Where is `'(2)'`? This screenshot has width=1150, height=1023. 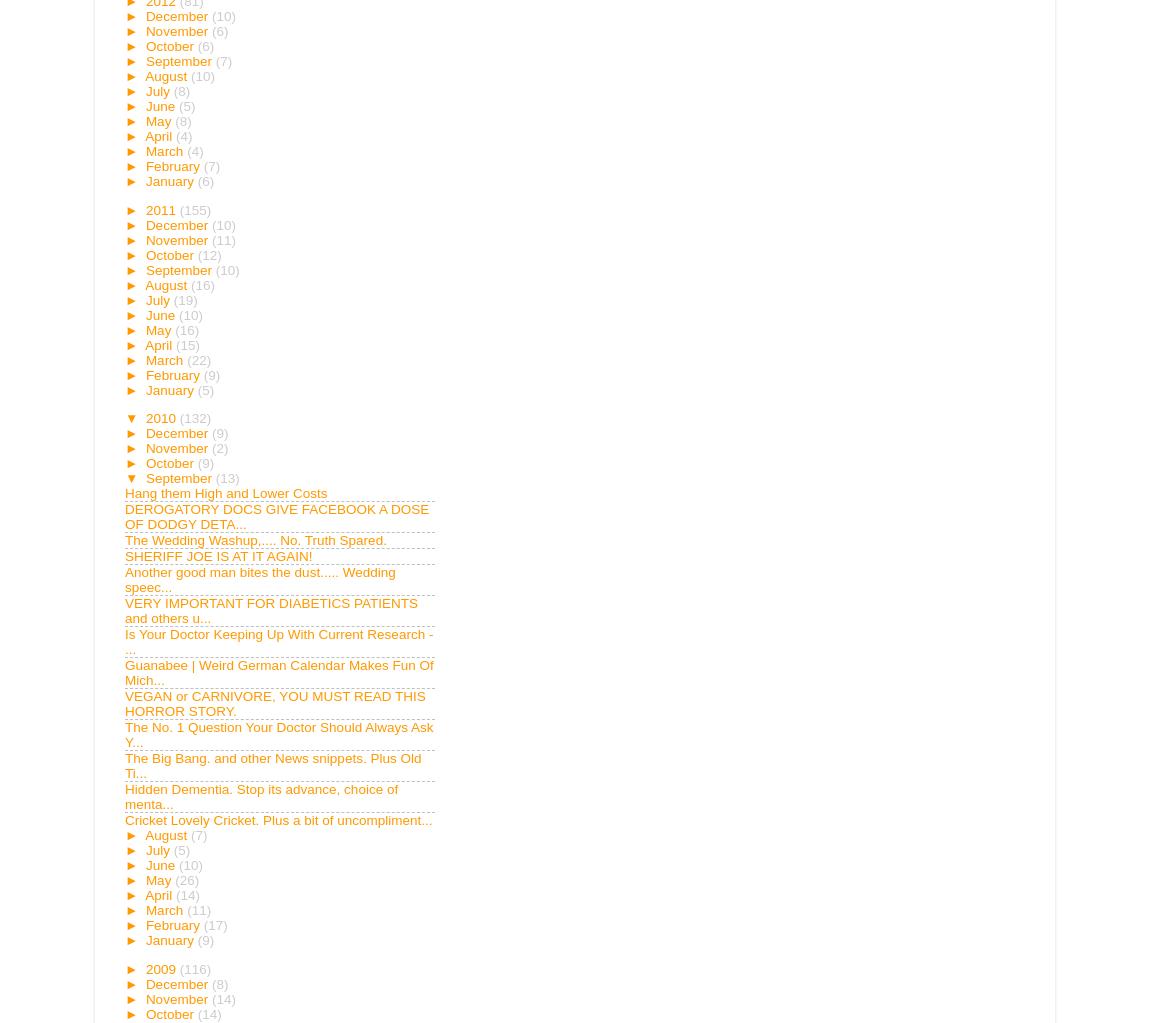 '(2)' is located at coordinates (218, 447).